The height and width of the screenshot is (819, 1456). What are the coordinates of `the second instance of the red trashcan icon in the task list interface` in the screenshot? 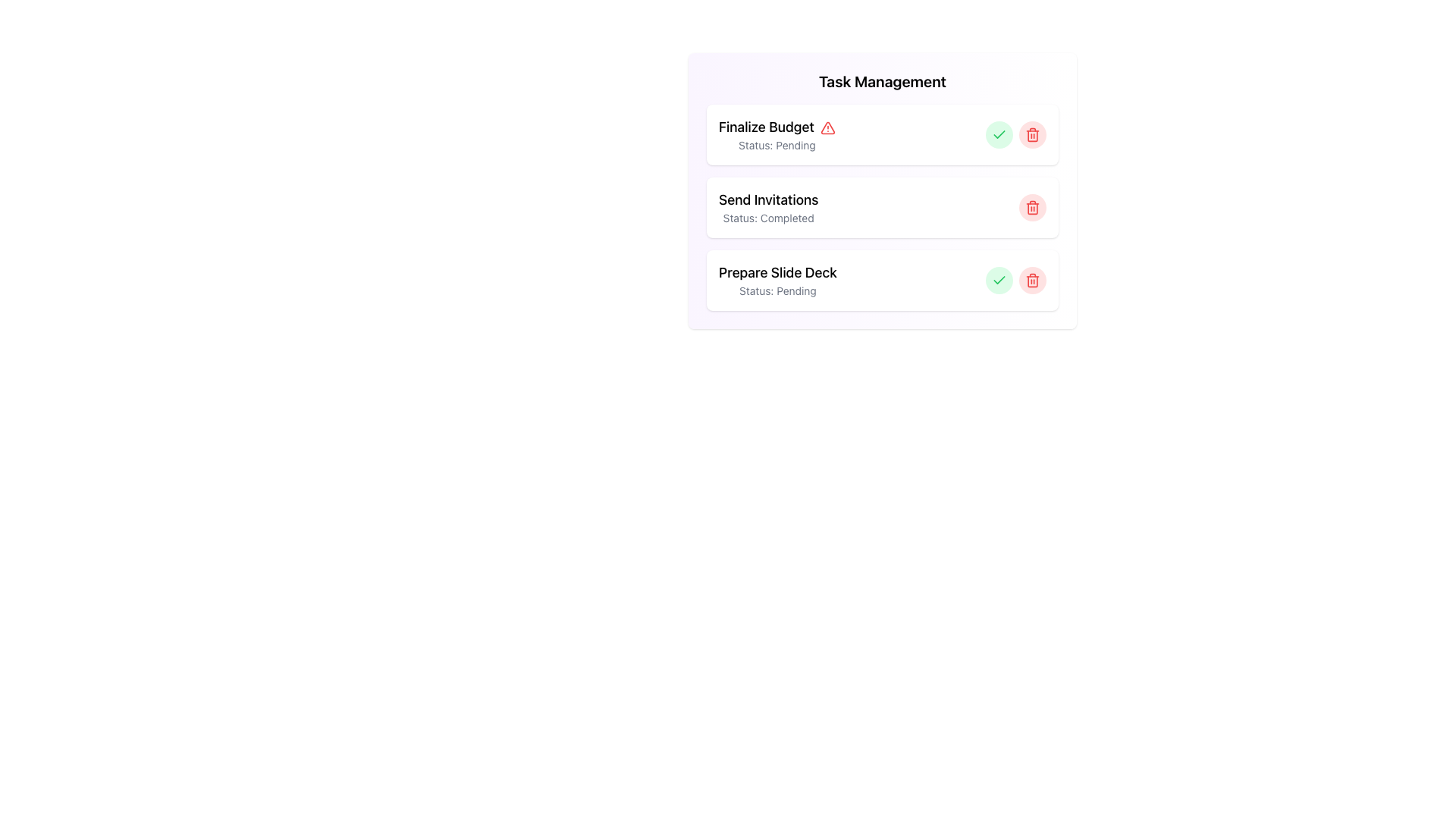 It's located at (1032, 207).